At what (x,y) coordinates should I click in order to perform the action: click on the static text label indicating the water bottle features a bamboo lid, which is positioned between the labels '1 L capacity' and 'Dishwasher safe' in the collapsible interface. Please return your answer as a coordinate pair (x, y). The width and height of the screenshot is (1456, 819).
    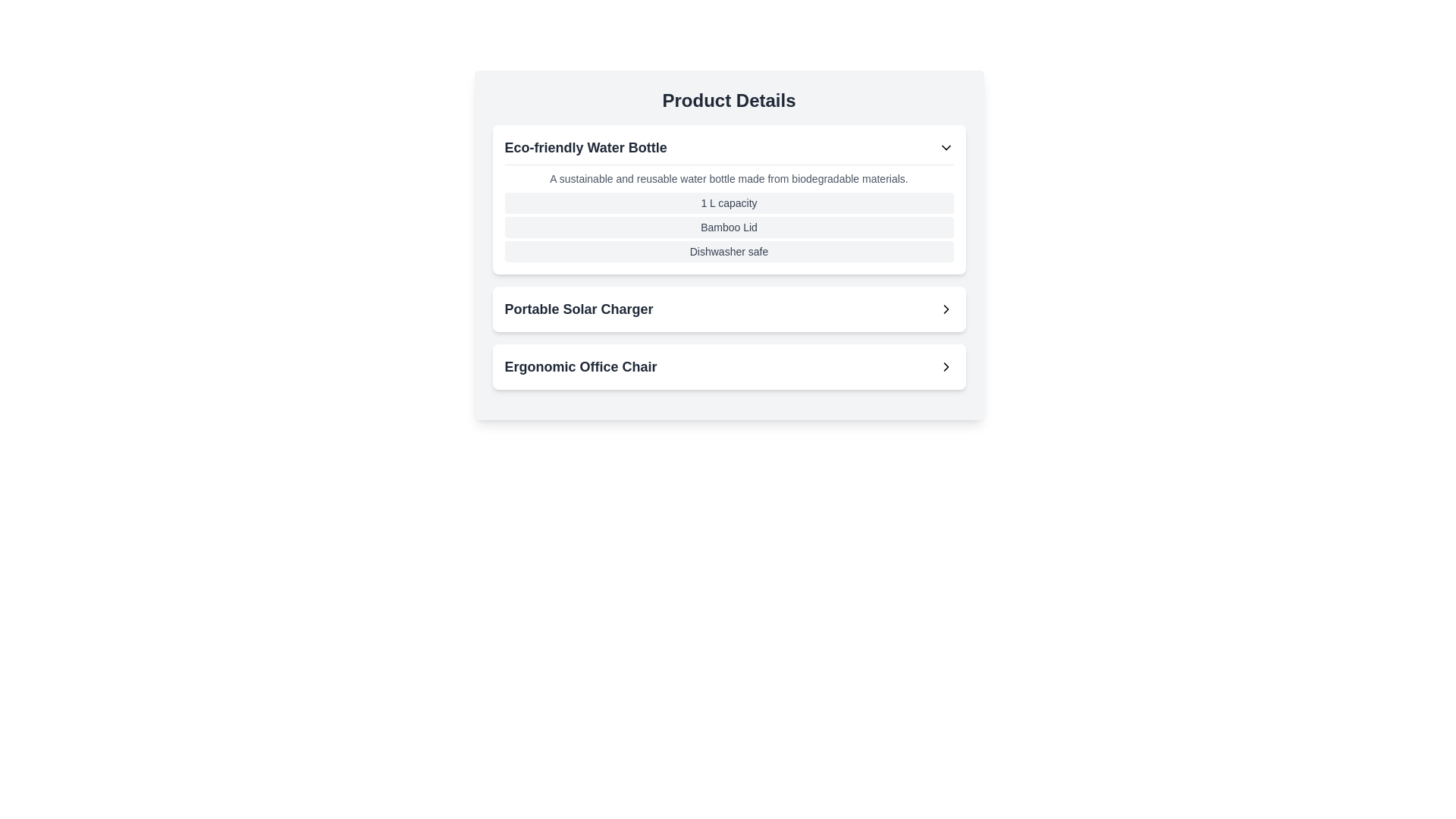
    Looking at the image, I should click on (729, 227).